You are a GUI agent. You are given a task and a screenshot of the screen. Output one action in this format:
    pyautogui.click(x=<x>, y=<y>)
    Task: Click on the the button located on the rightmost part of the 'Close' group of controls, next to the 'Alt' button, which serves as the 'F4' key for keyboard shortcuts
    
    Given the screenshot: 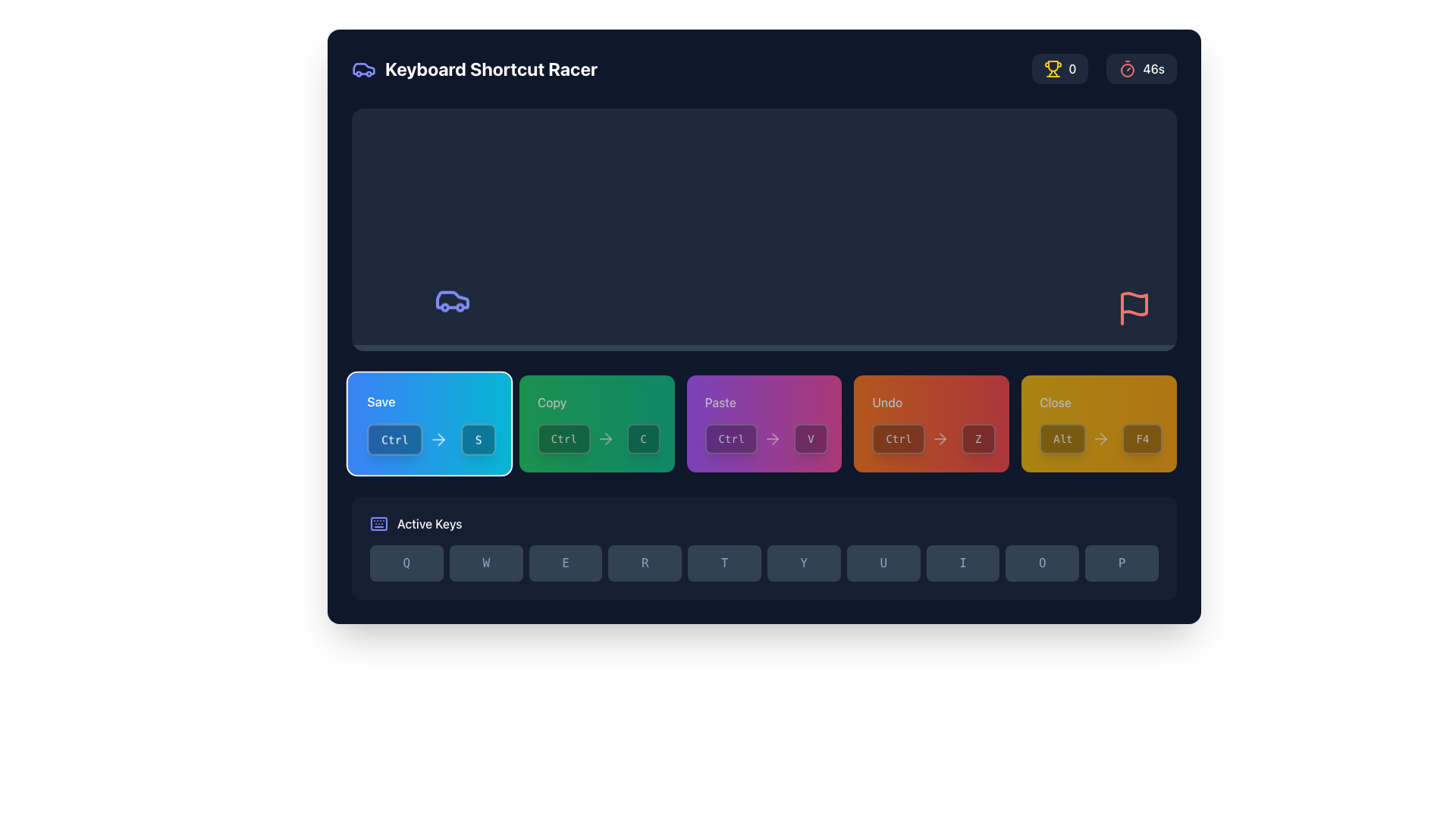 What is the action you would take?
    pyautogui.click(x=1142, y=438)
    